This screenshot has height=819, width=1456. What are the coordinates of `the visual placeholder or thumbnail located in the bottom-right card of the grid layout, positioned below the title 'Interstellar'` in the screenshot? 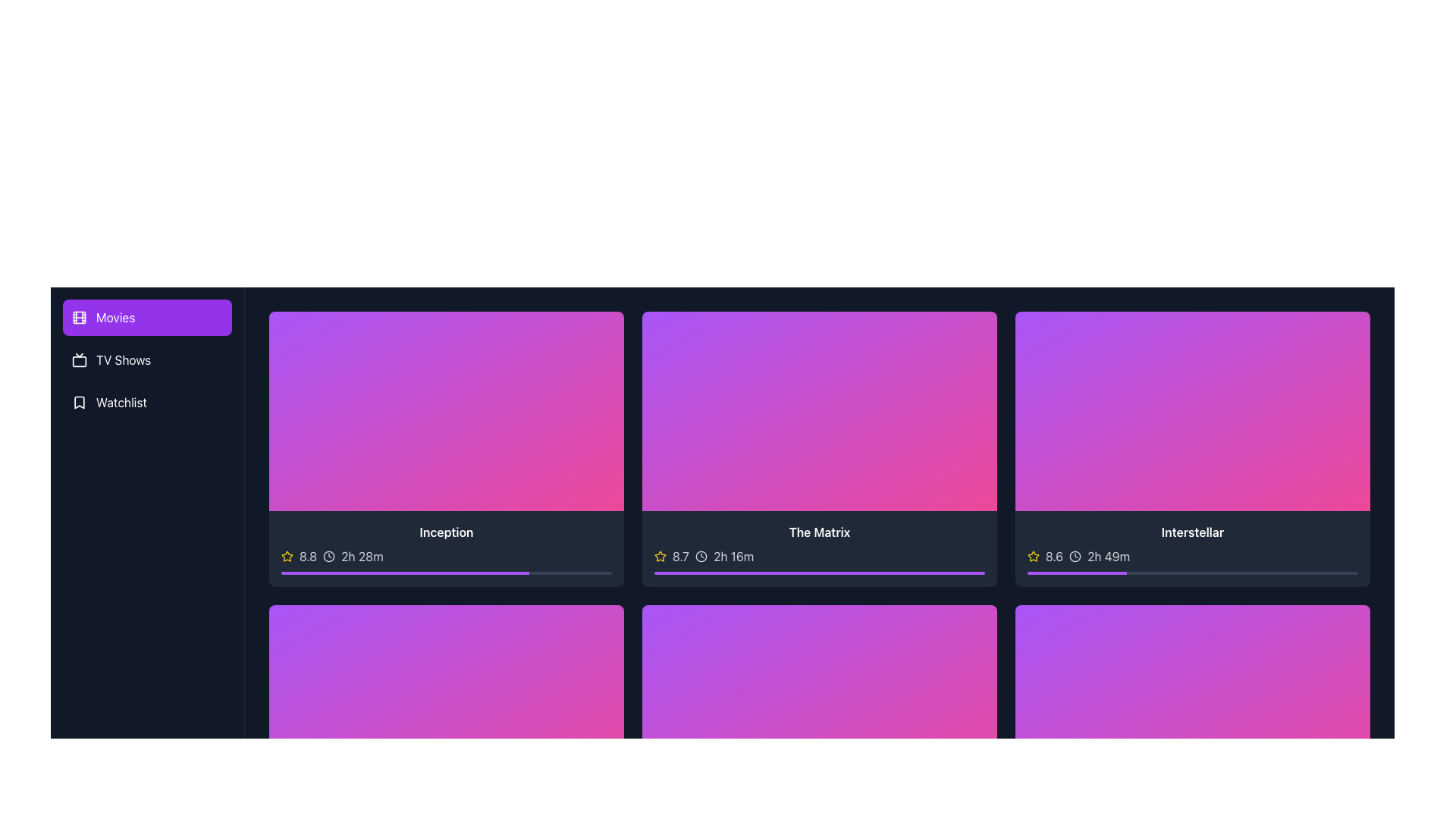 It's located at (1192, 704).